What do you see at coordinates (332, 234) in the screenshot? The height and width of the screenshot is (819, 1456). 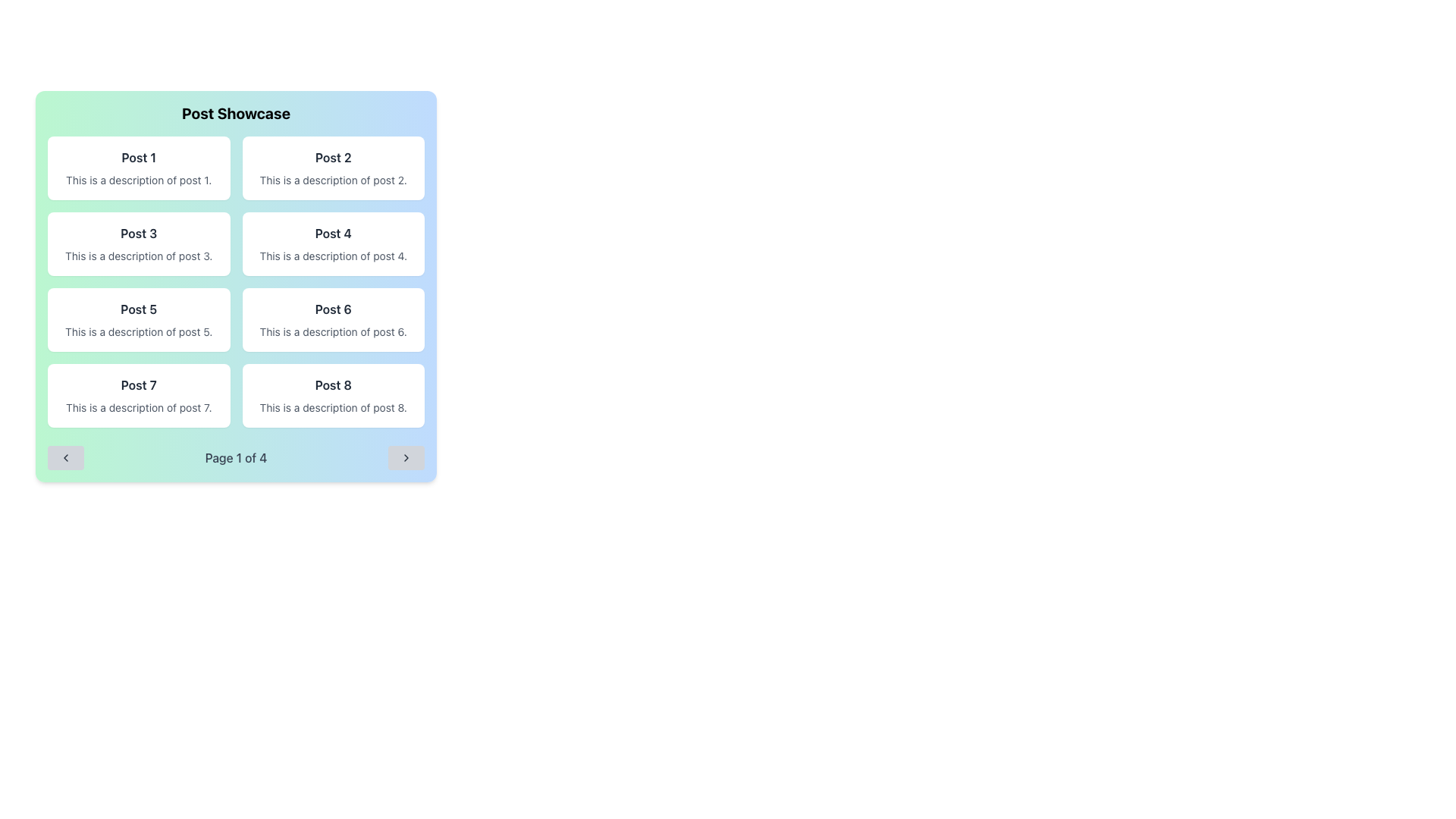 I see `the title text label of the post, which is a static informational component positioned at the center of the layout within the fourth tile of a grid of posts` at bounding box center [332, 234].